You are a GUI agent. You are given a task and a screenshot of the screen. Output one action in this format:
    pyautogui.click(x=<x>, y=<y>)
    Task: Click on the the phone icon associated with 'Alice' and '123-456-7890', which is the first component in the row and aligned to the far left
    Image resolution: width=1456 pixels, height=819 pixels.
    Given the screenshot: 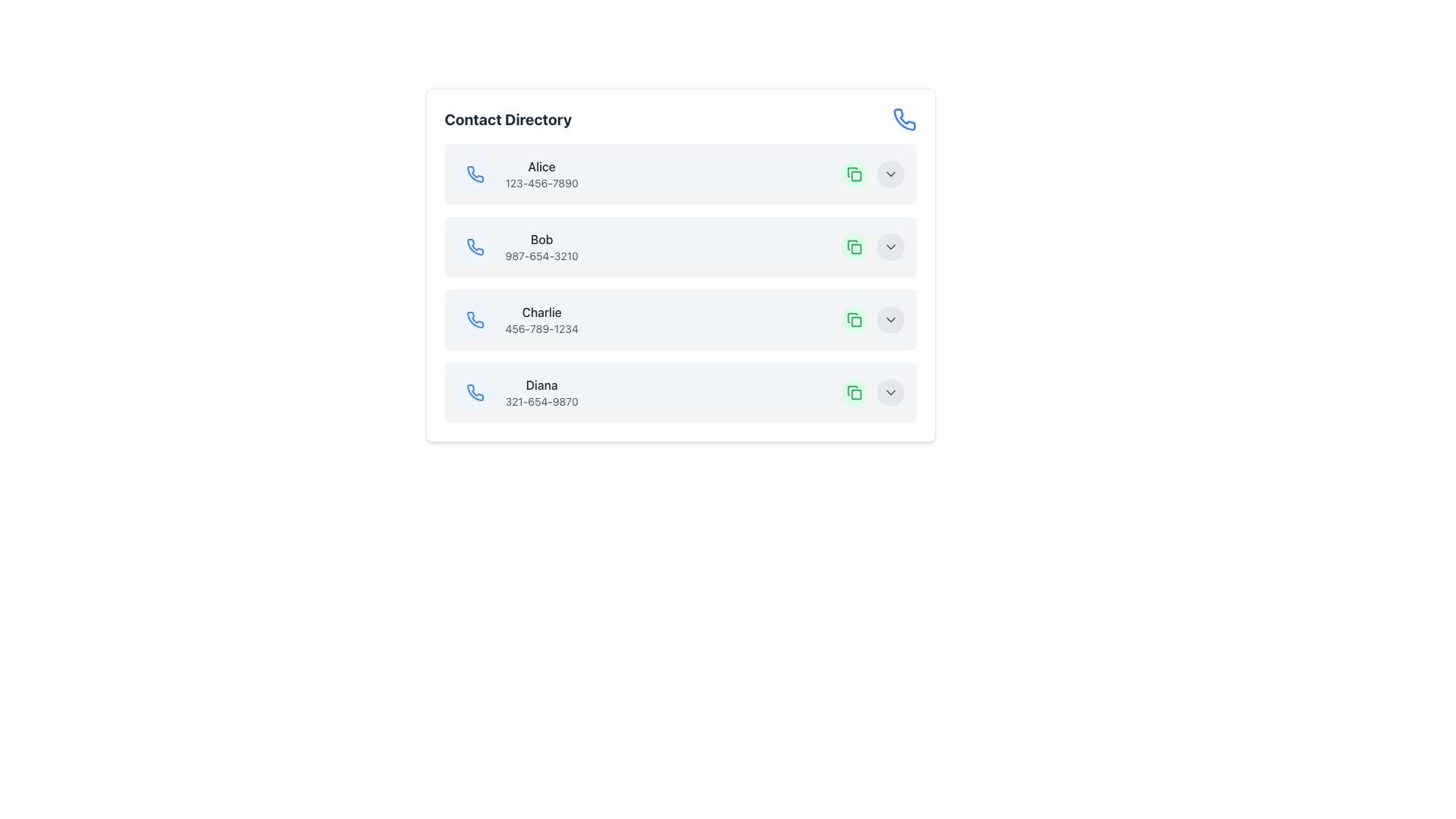 What is the action you would take?
    pyautogui.click(x=474, y=174)
    